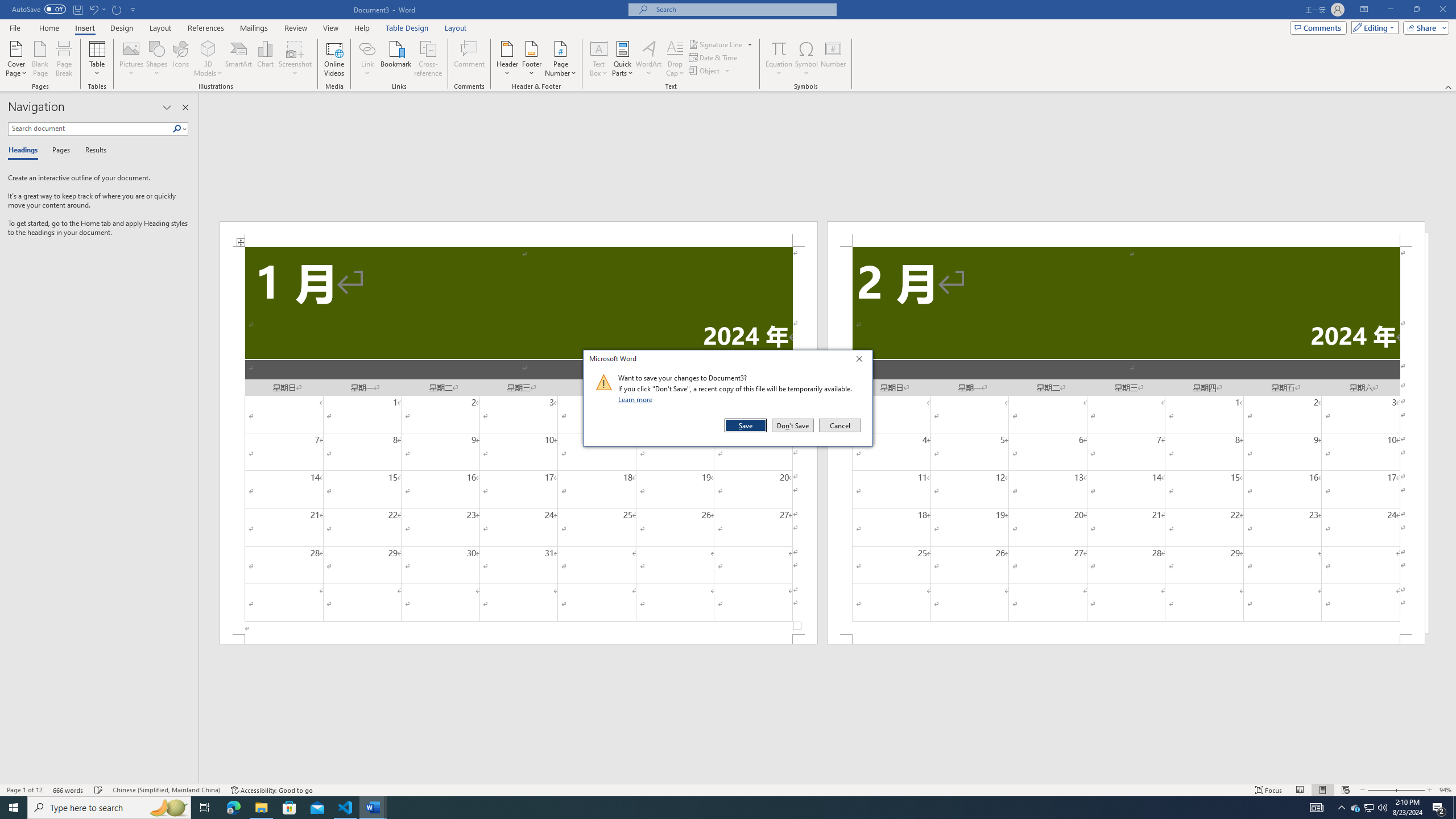 The image size is (1456, 819). I want to click on 'Cross-reference...', so click(428, 59).